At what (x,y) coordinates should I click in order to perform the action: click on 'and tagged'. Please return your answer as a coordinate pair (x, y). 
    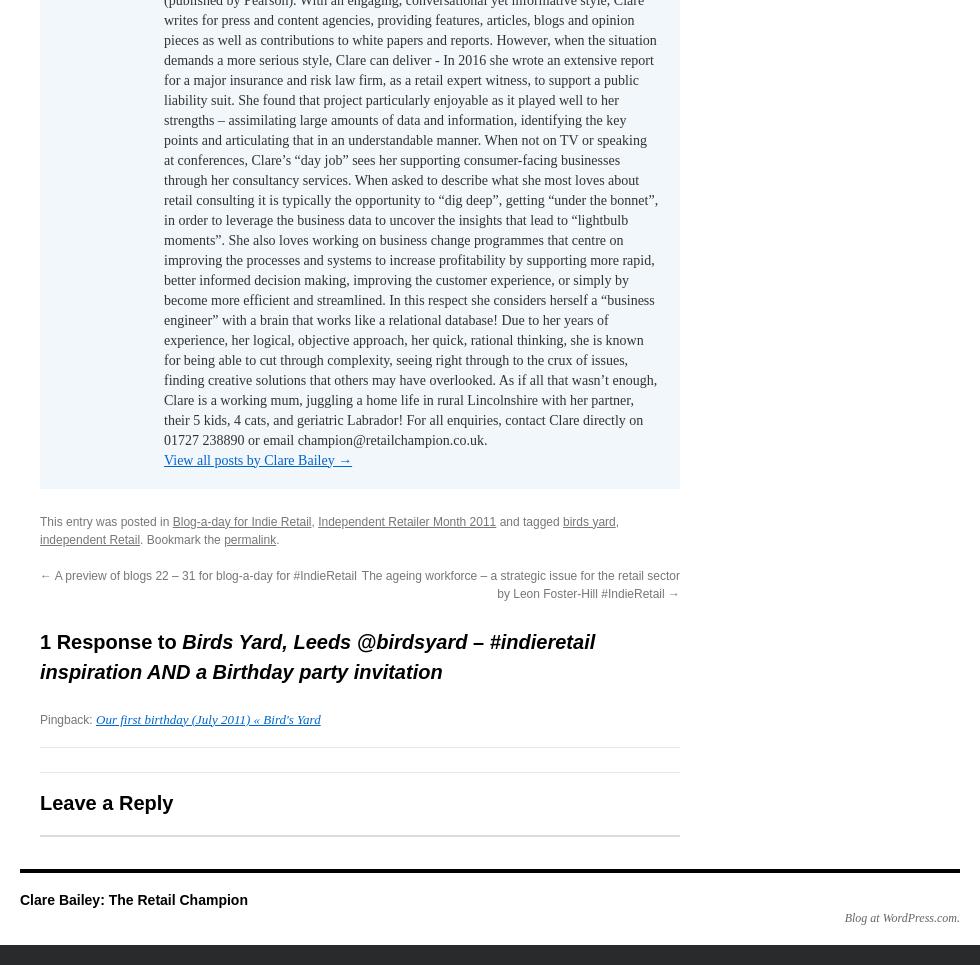
    Looking at the image, I should click on (529, 520).